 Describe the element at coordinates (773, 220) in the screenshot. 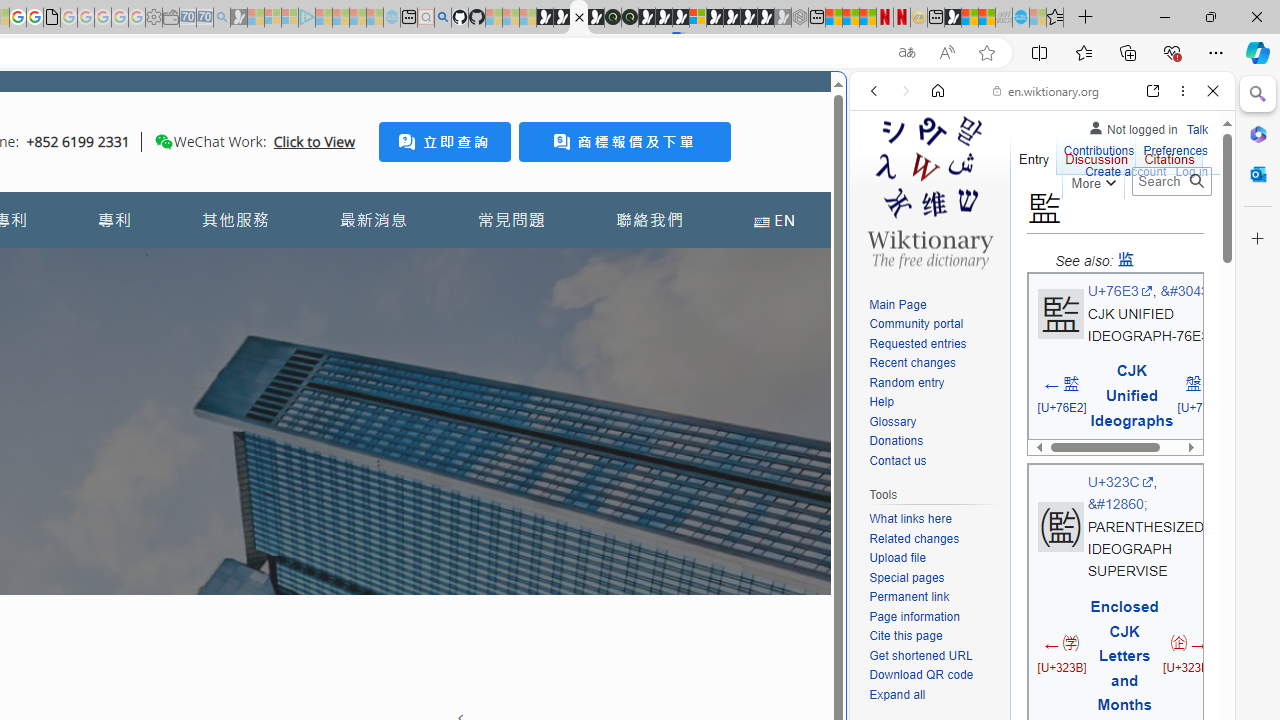

I see `'EN'` at that location.